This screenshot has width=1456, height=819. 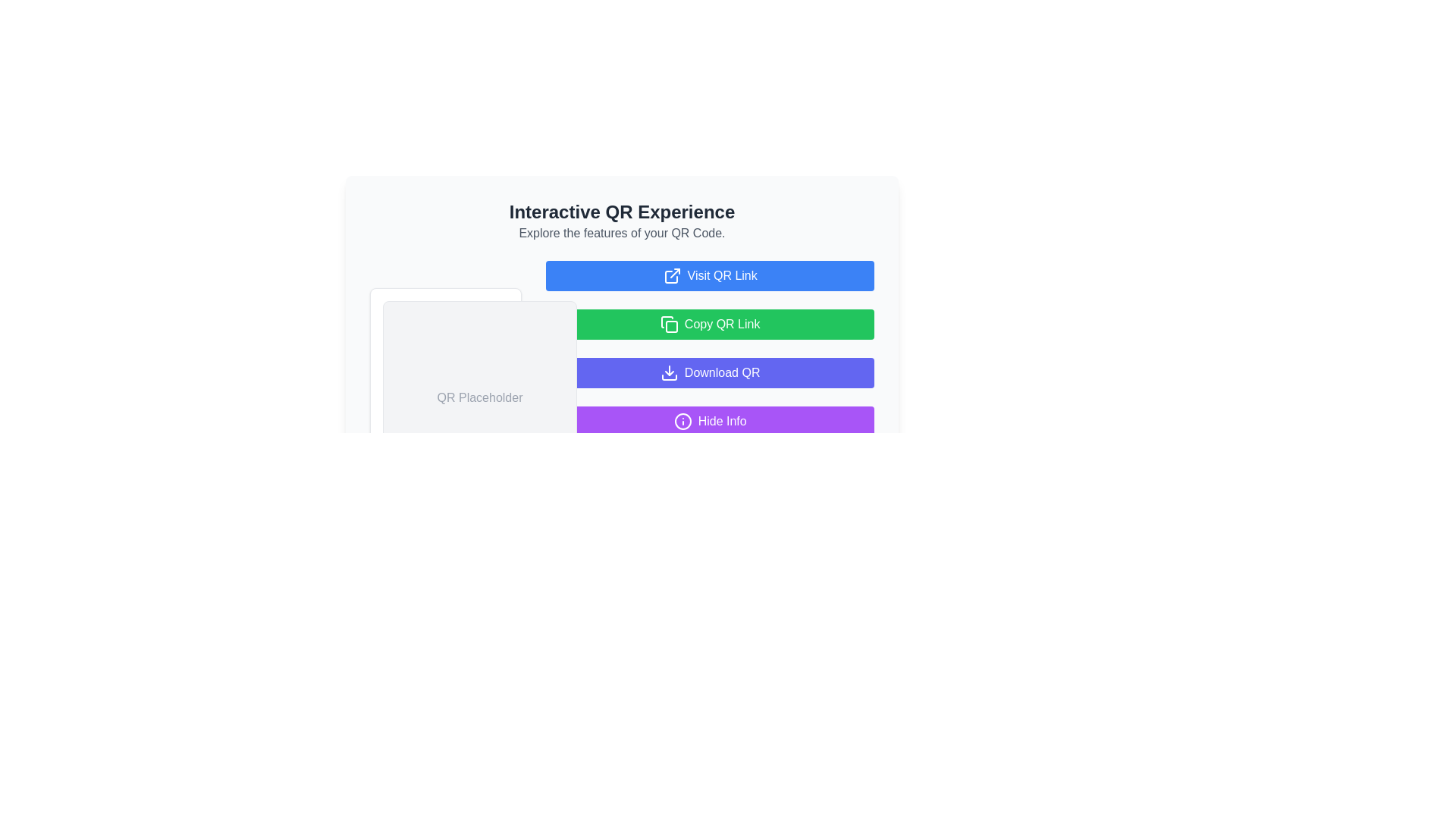 I want to click on the 'Hide Info' button with a purple background and white text, so click(x=622, y=397).